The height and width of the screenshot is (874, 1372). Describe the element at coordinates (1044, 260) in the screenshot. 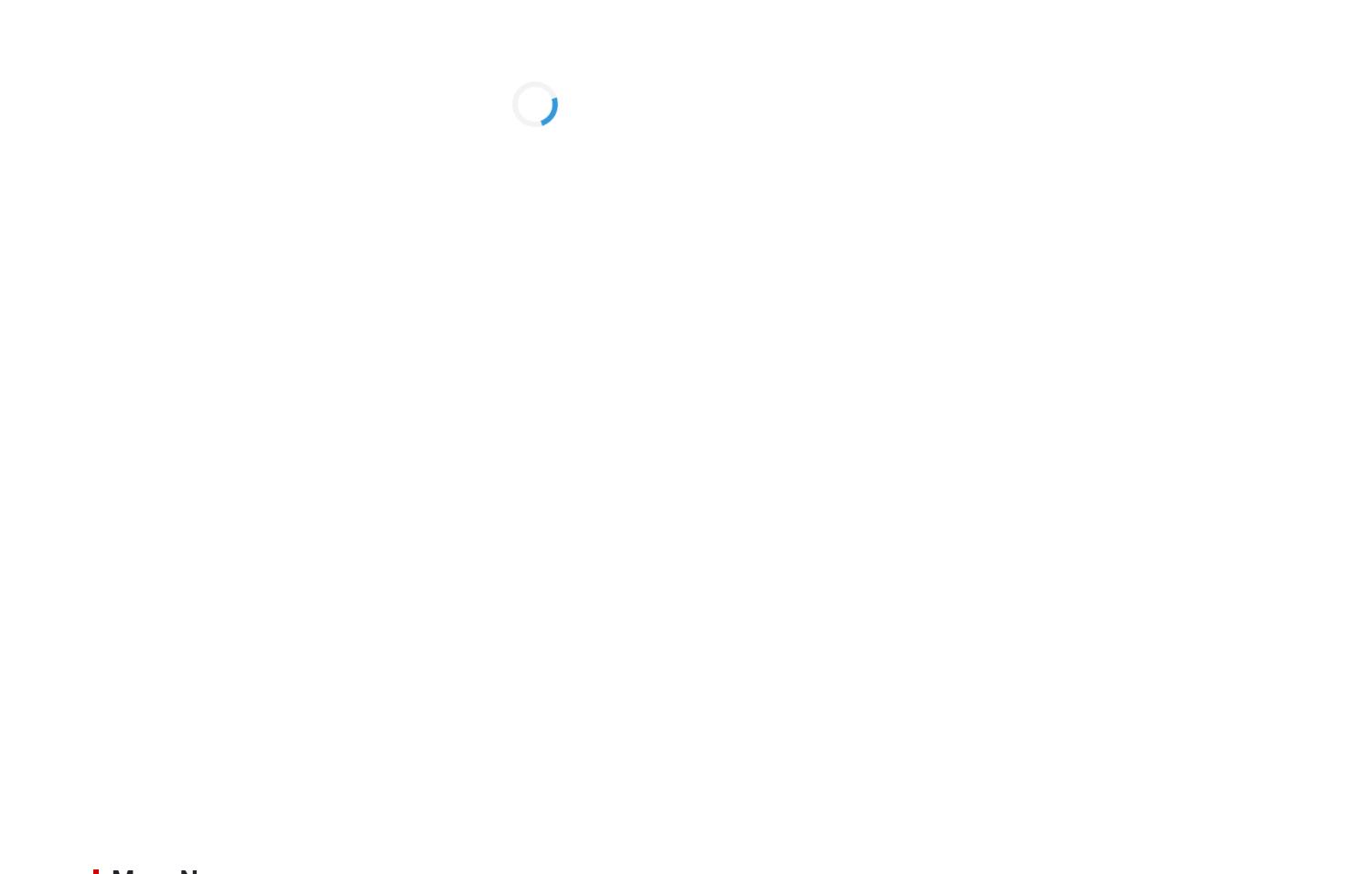

I see `'Bangladesh plot to play ‘compact defense’ against Socceroos'` at that location.